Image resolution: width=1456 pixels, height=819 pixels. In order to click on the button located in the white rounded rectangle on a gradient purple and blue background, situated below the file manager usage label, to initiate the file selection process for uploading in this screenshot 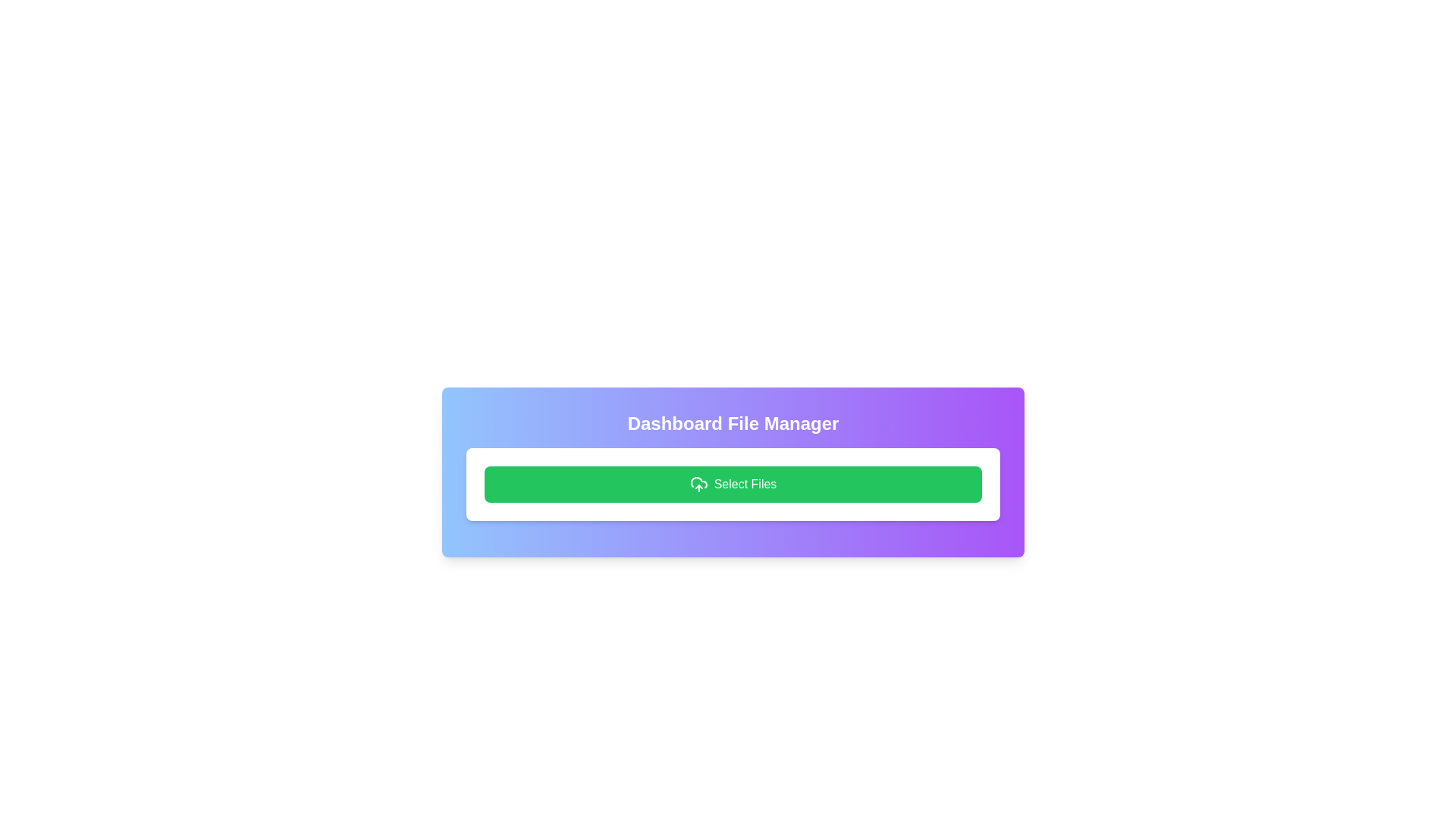, I will do `click(733, 485)`.